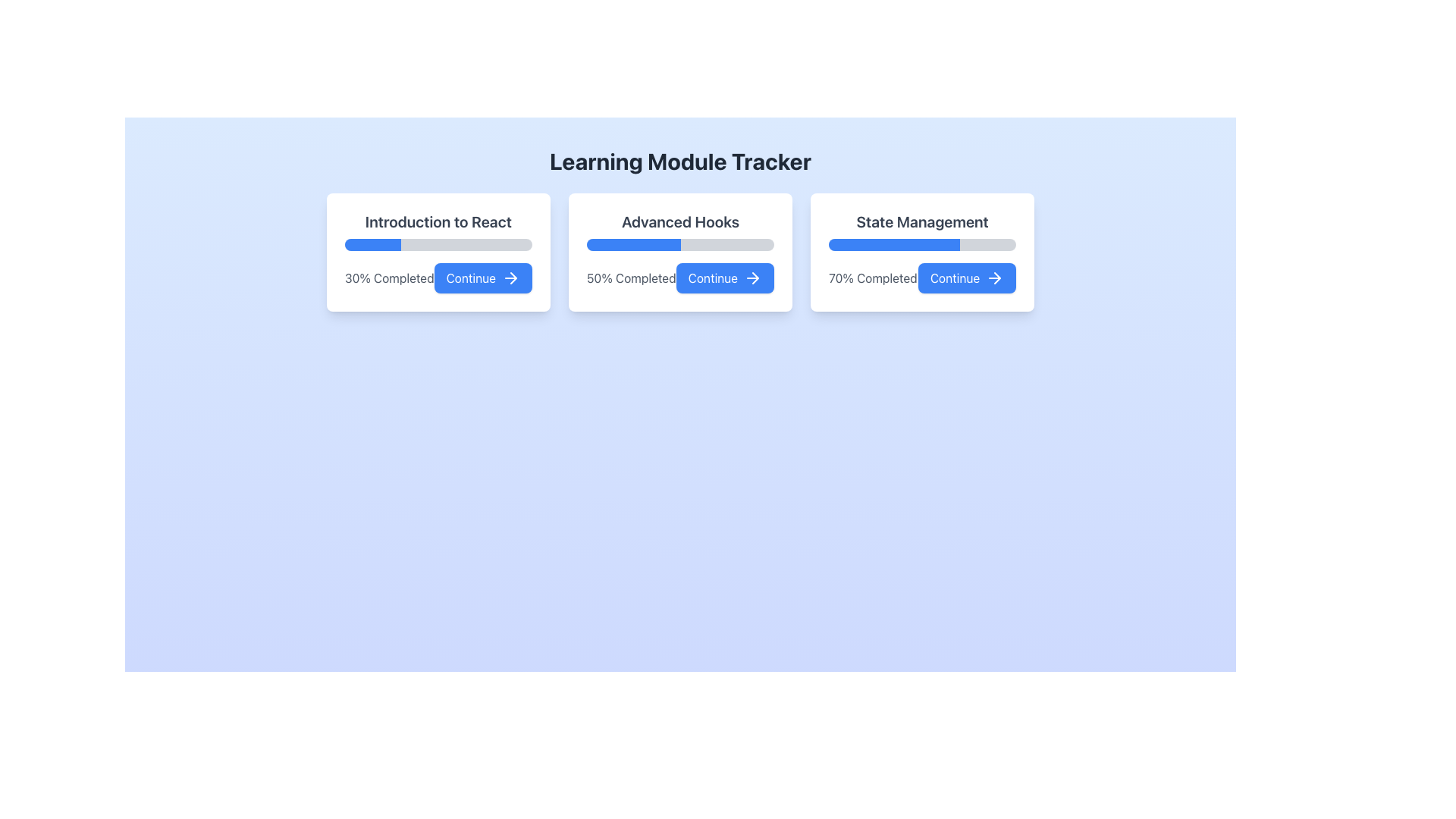  Describe the element at coordinates (995, 278) in the screenshot. I see `the rightward arrow icon within the 'Continue' button of the 'State Management' card` at that location.